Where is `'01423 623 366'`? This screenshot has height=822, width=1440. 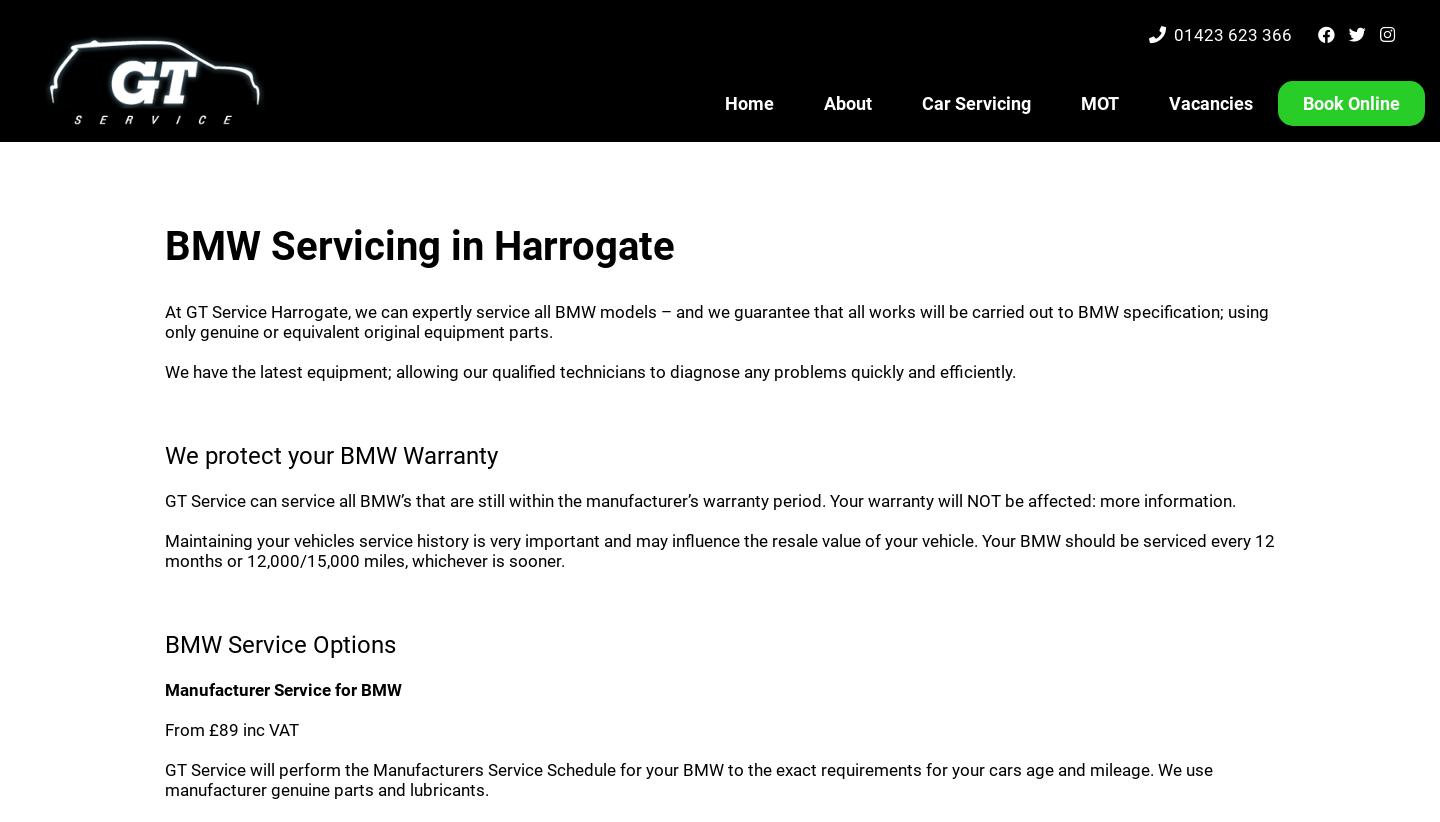
'01423 623 366' is located at coordinates (1235, 34).